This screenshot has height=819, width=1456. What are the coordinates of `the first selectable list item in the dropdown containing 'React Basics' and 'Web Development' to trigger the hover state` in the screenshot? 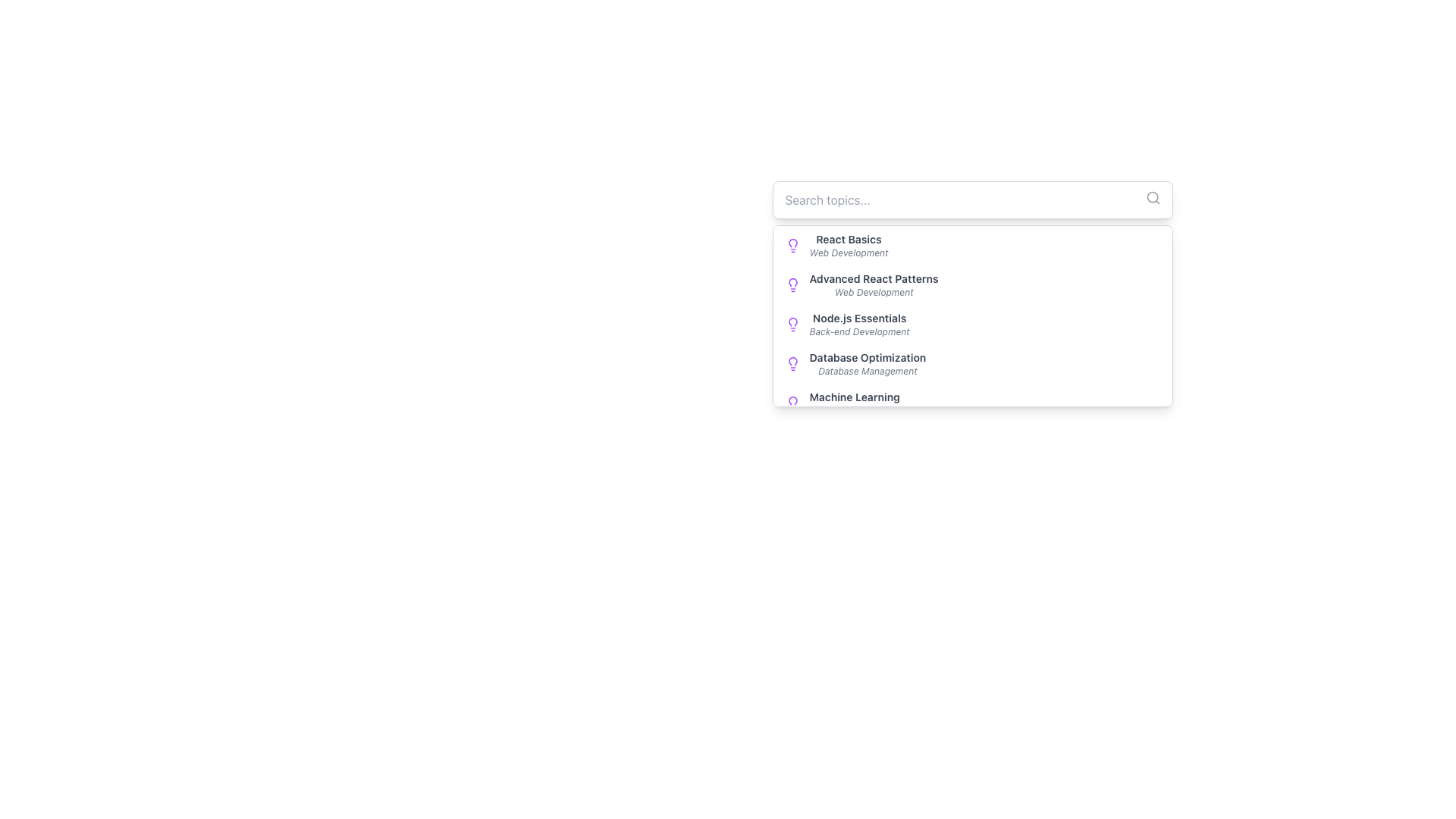 It's located at (972, 245).